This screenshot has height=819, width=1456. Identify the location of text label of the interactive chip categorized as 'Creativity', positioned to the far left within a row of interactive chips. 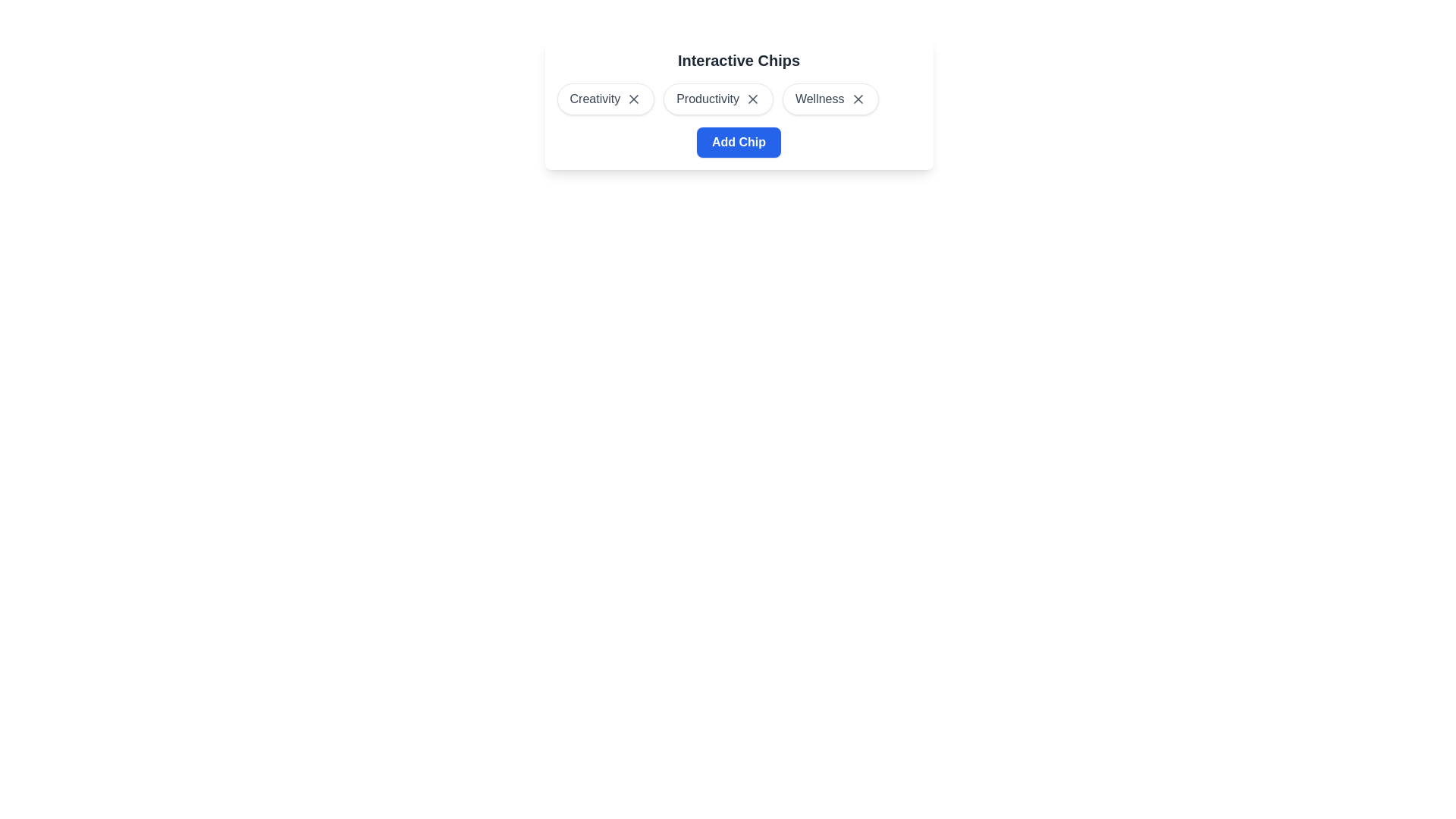
(594, 99).